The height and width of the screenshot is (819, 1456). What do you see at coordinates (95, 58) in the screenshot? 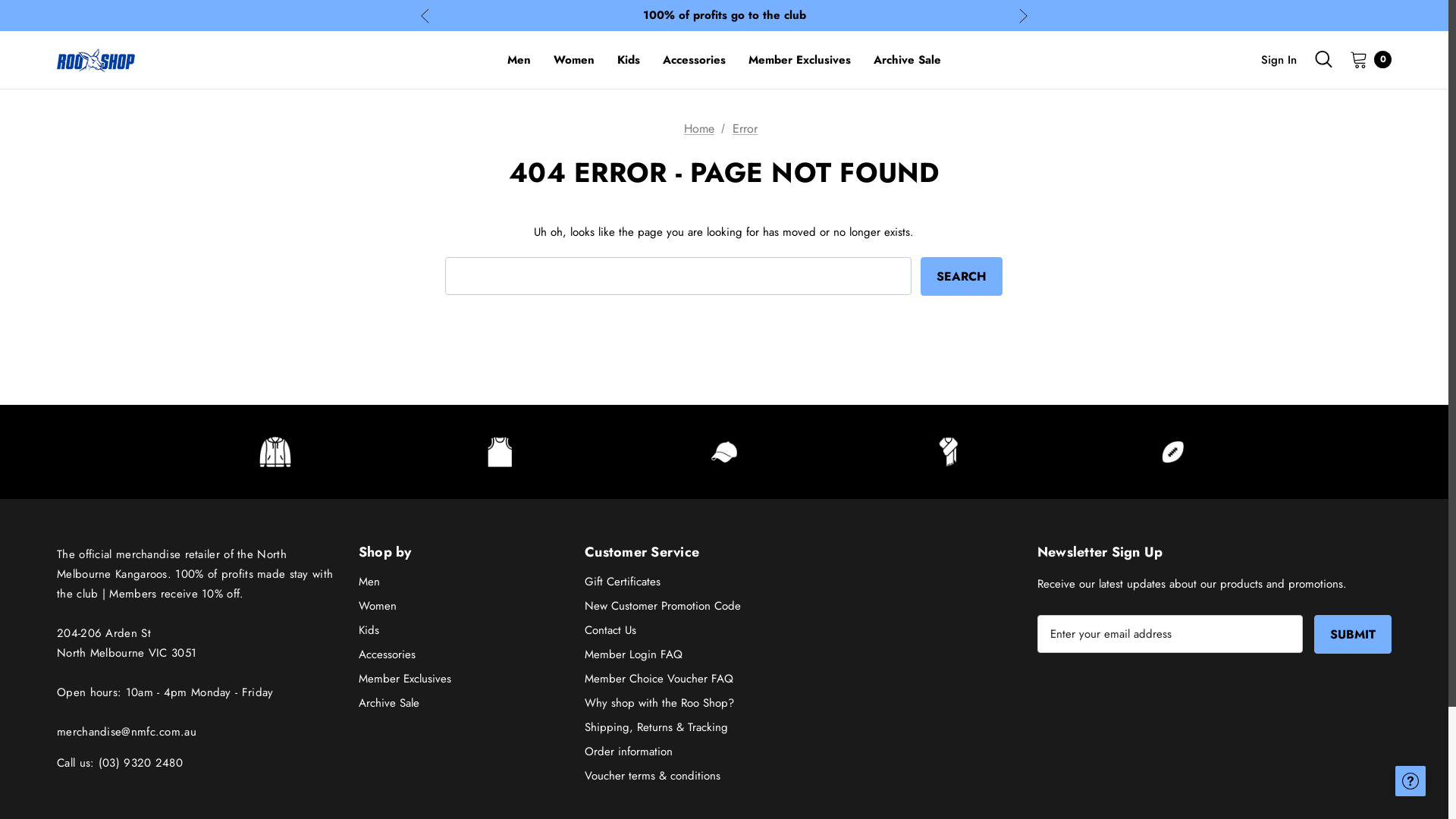
I see `'The Roo Shop'` at bounding box center [95, 58].